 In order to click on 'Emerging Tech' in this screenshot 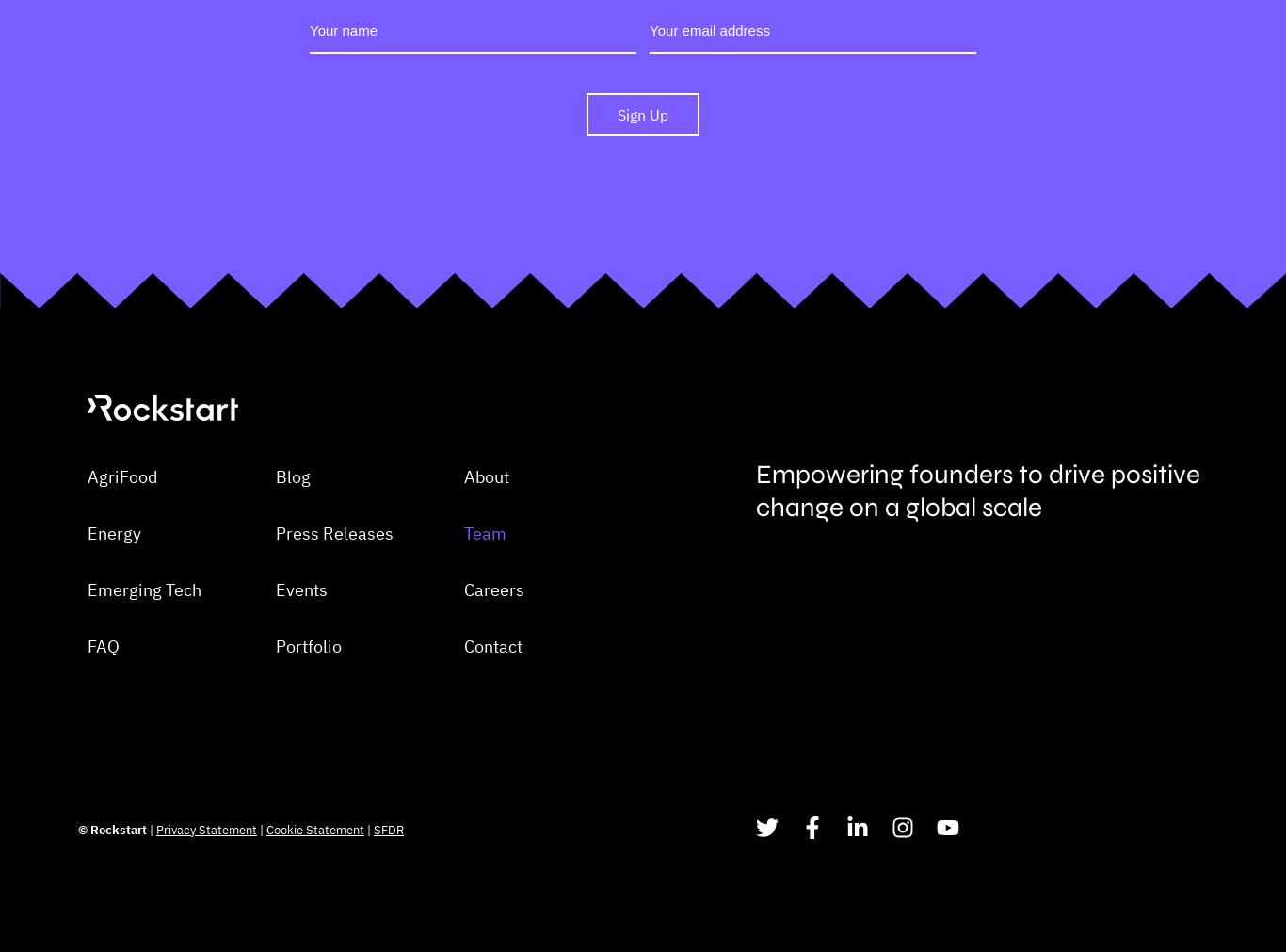, I will do `click(143, 682)`.